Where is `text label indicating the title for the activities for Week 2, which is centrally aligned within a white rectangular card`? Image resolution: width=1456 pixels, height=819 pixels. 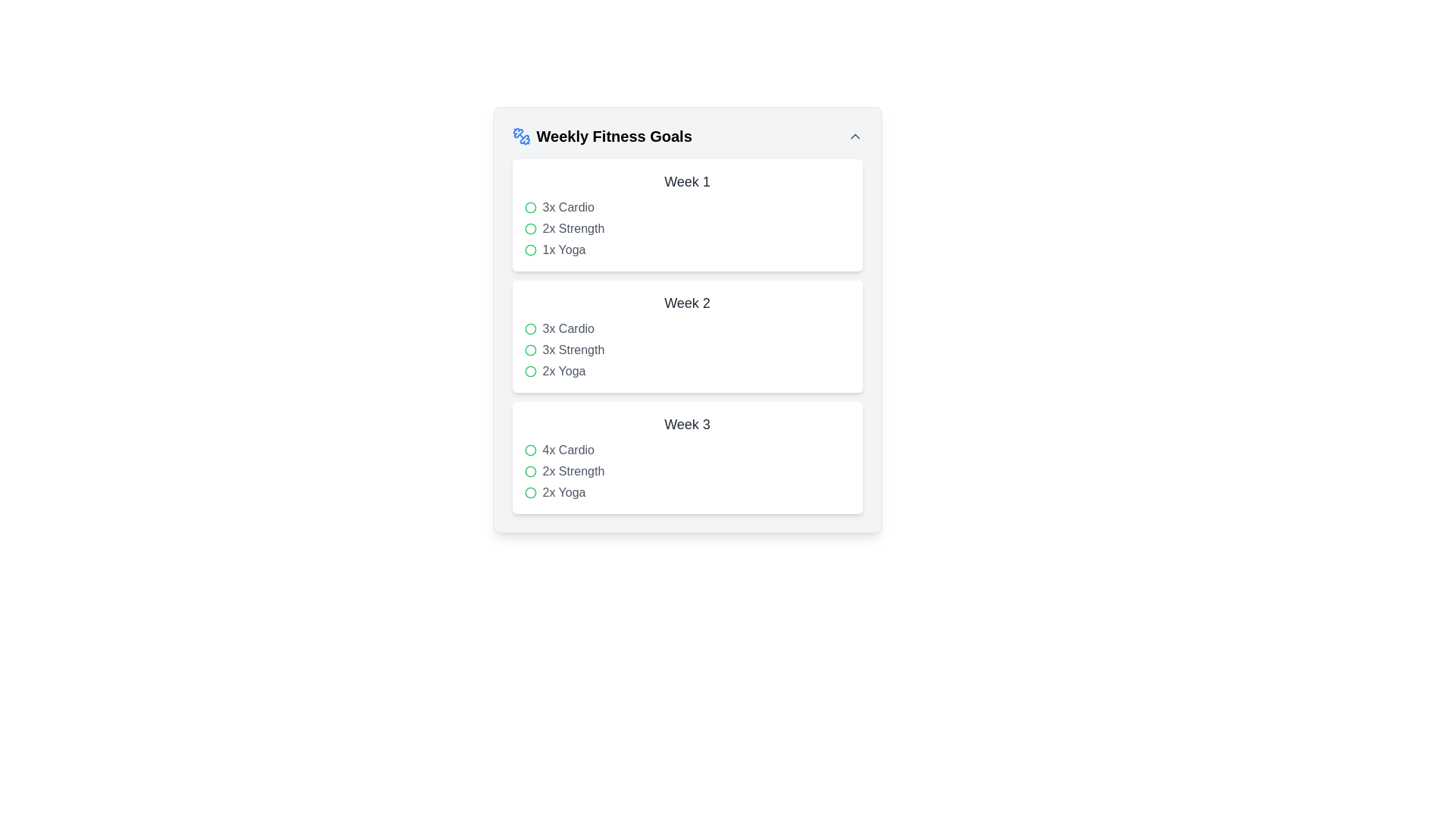 text label indicating the title for the activities for Week 2, which is centrally aligned within a white rectangular card is located at coordinates (686, 303).